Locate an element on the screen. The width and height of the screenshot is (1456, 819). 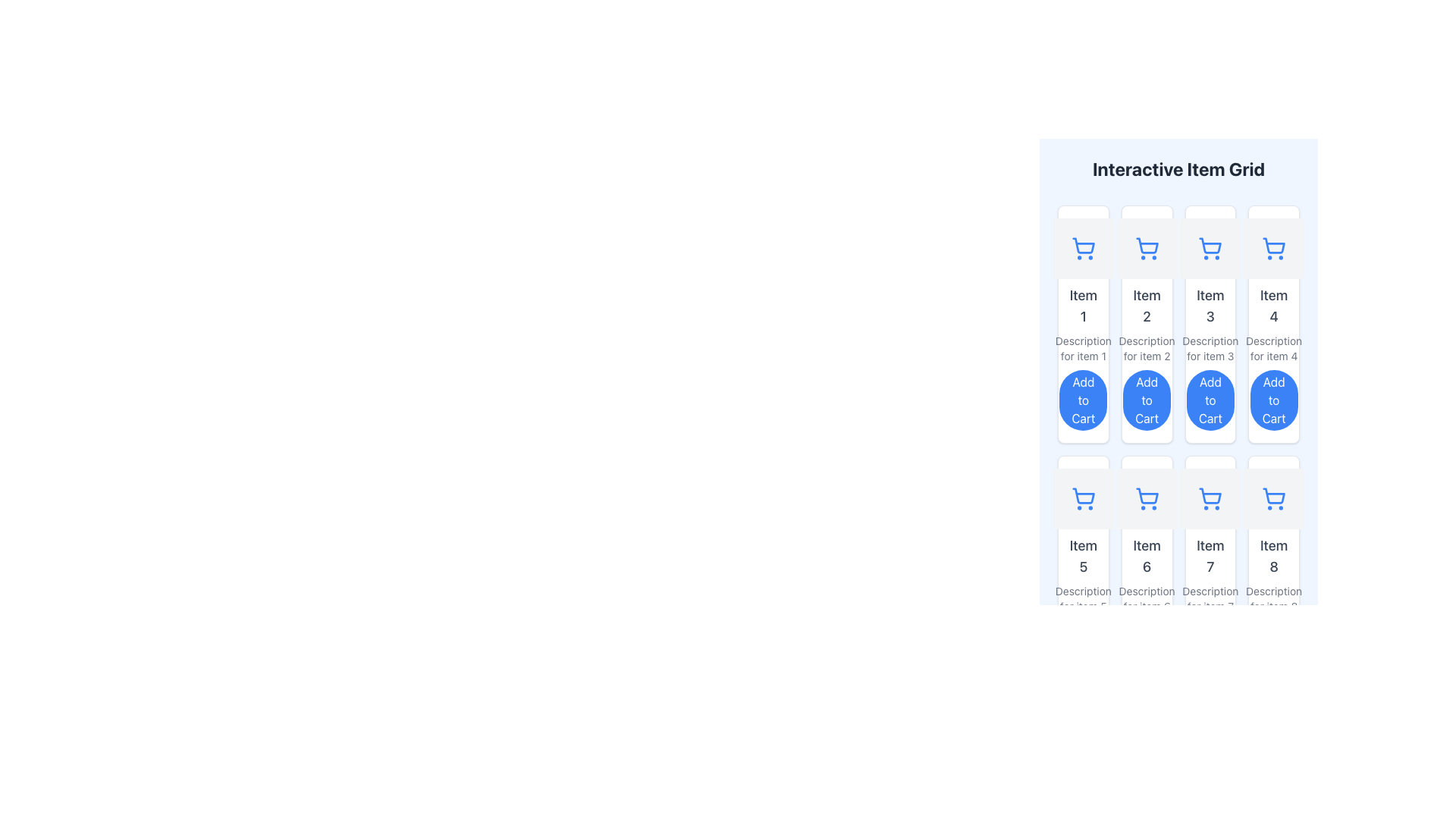
the blue shopping cart icon located in the sixth position of the 8-item grid is located at coordinates (1147, 499).